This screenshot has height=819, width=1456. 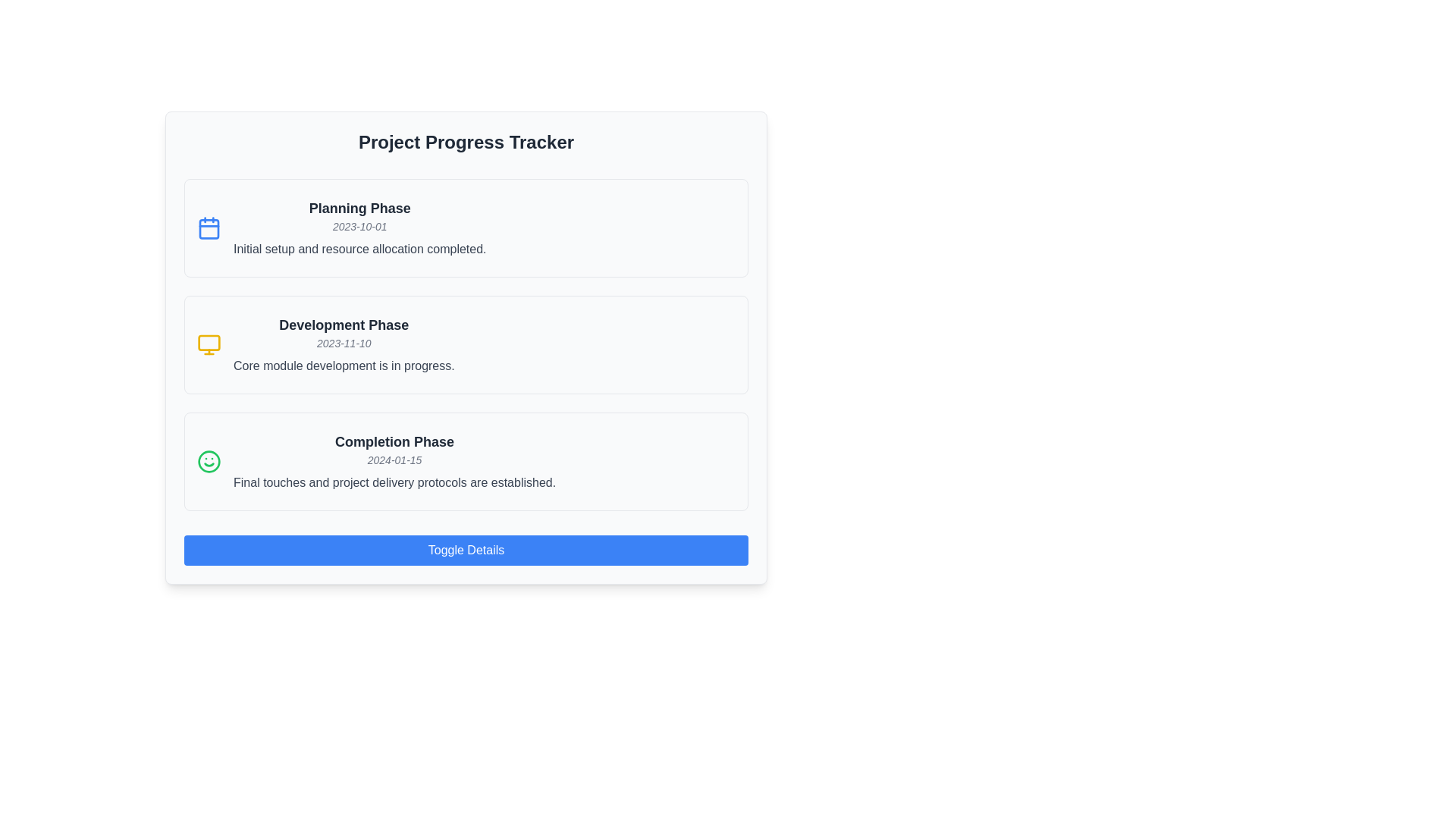 What do you see at coordinates (394, 482) in the screenshot?
I see `the static text element that provides details about the 'Completion Phase', located below the date '2024-01-15'` at bounding box center [394, 482].